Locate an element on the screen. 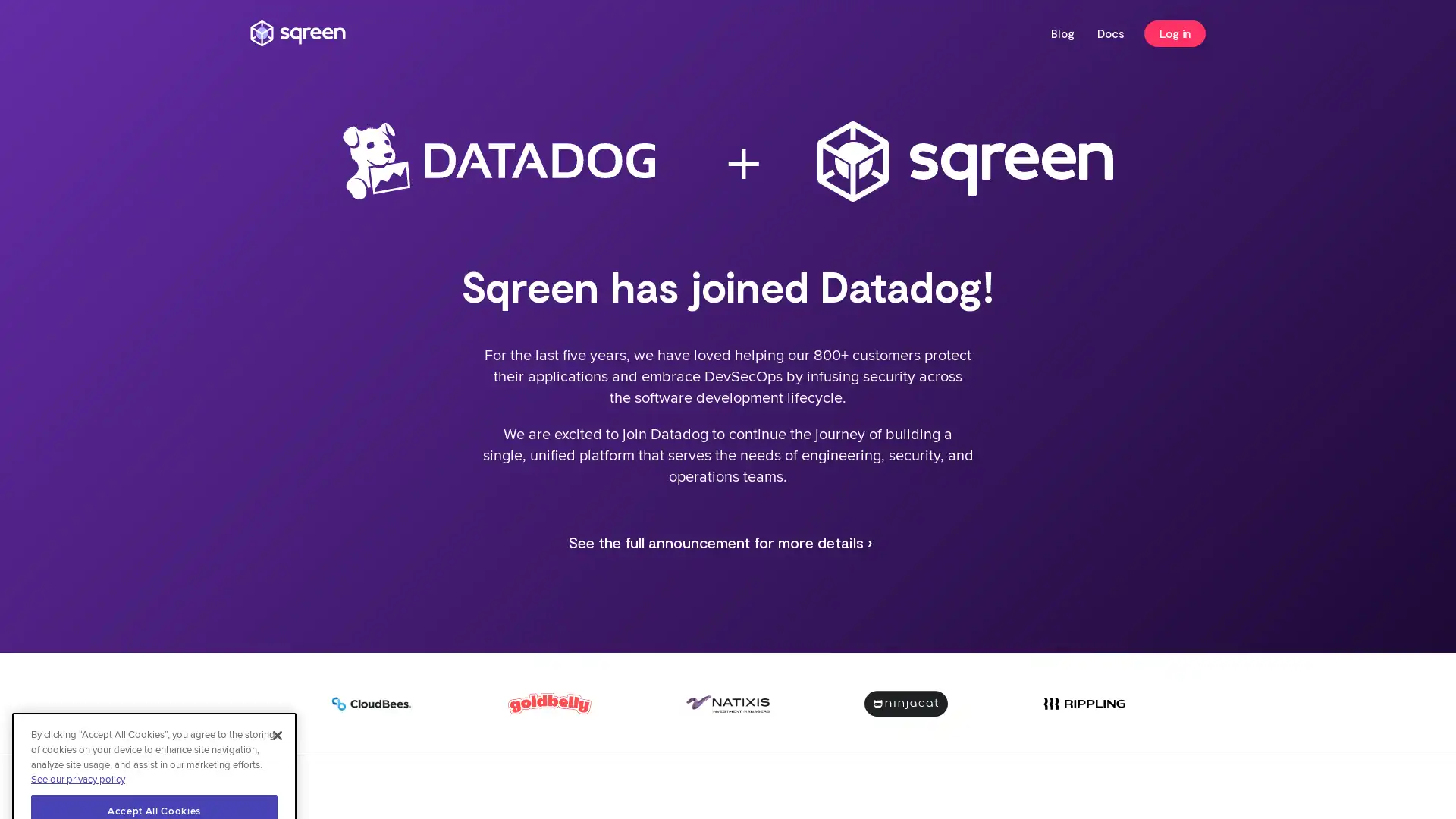 The width and height of the screenshot is (1456, 819). Accept All Cookies is located at coordinates (154, 721).